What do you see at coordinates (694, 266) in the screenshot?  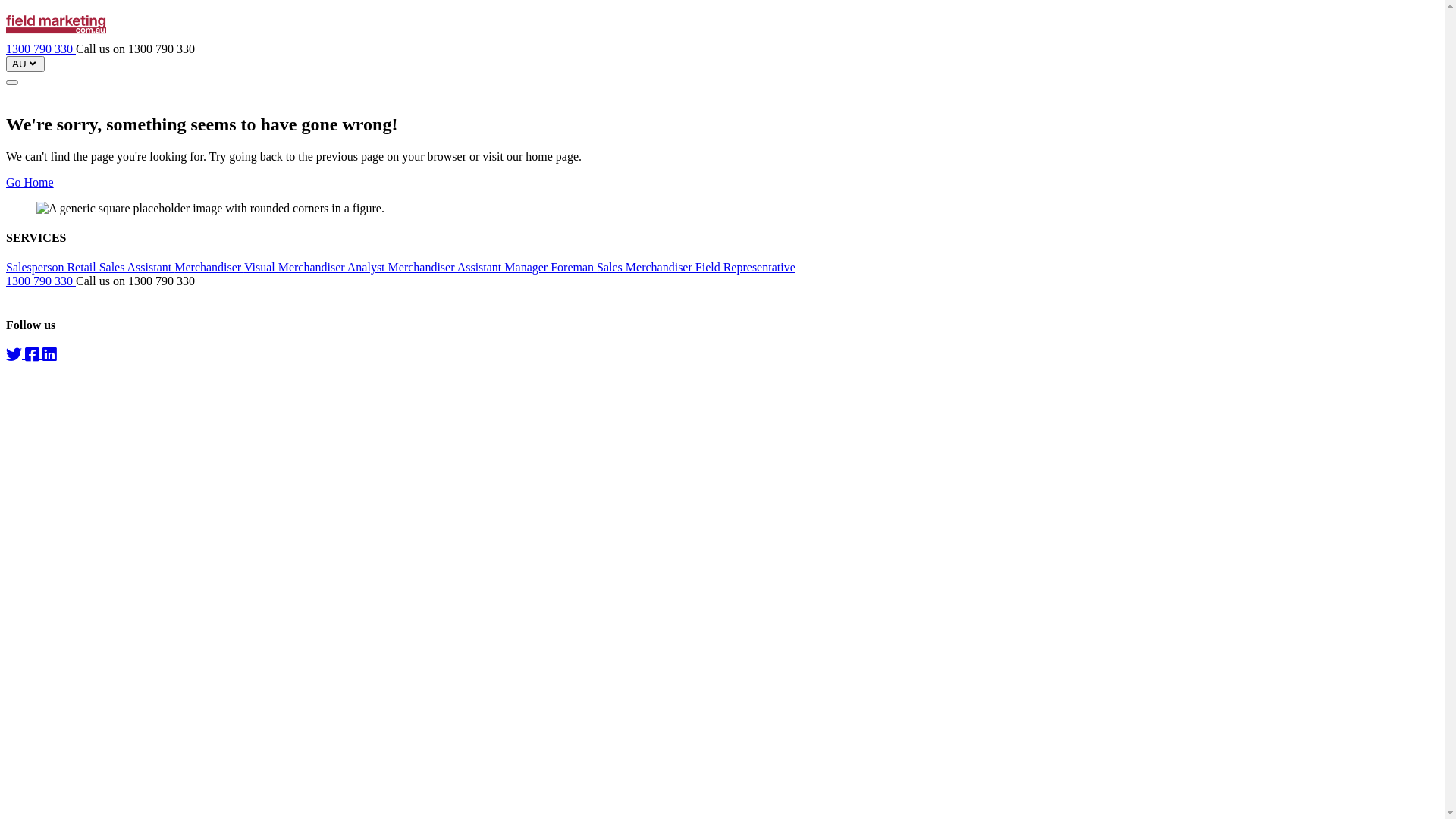 I see `'Field Representative'` at bounding box center [694, 266].